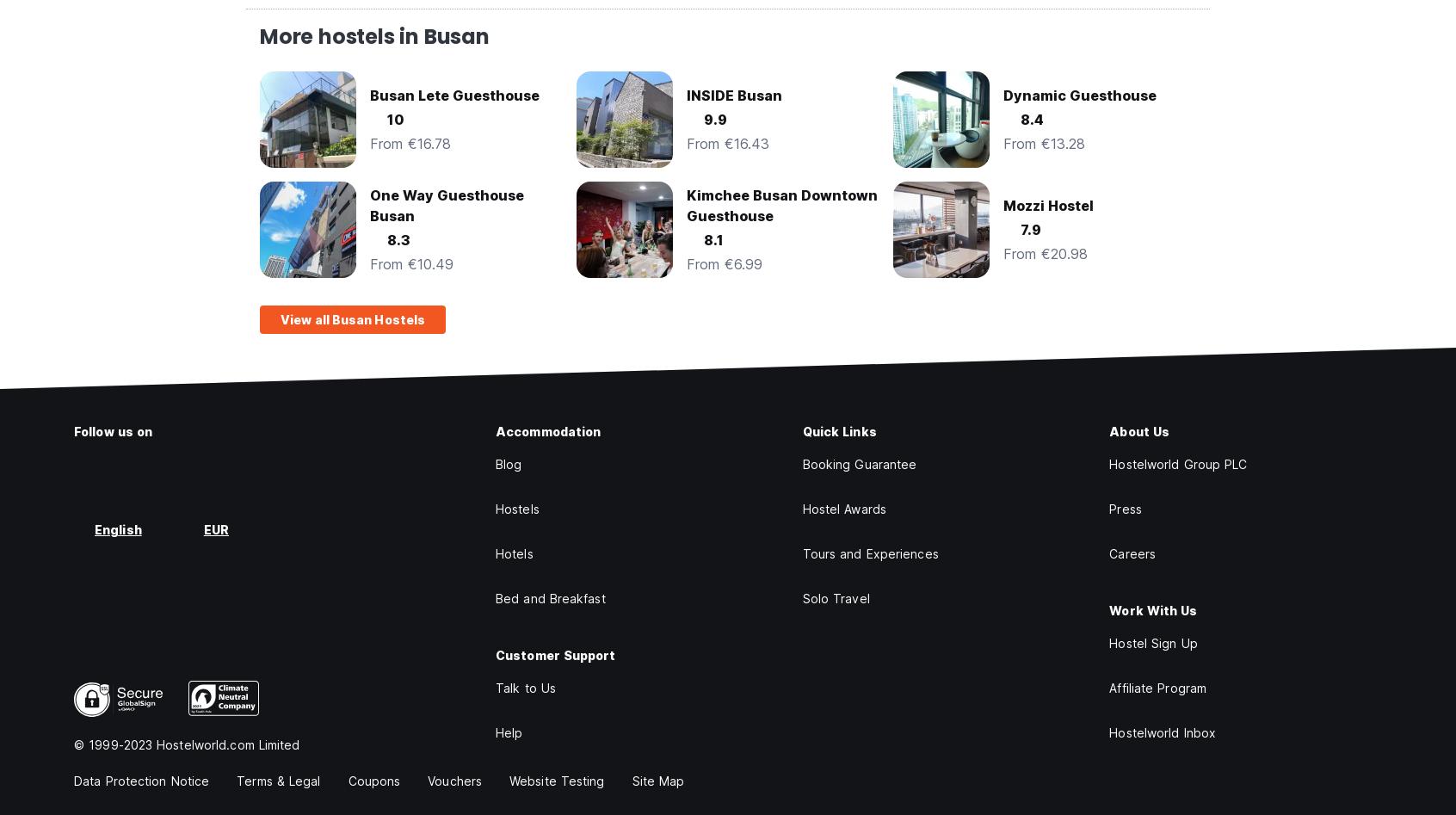 The image size is (1456, 815). What do you see at coordinates (780, 206) in the screenshot?
I see `'Kimchee Busan Downtown Guesthouse'` at bounding box center [780, 206].